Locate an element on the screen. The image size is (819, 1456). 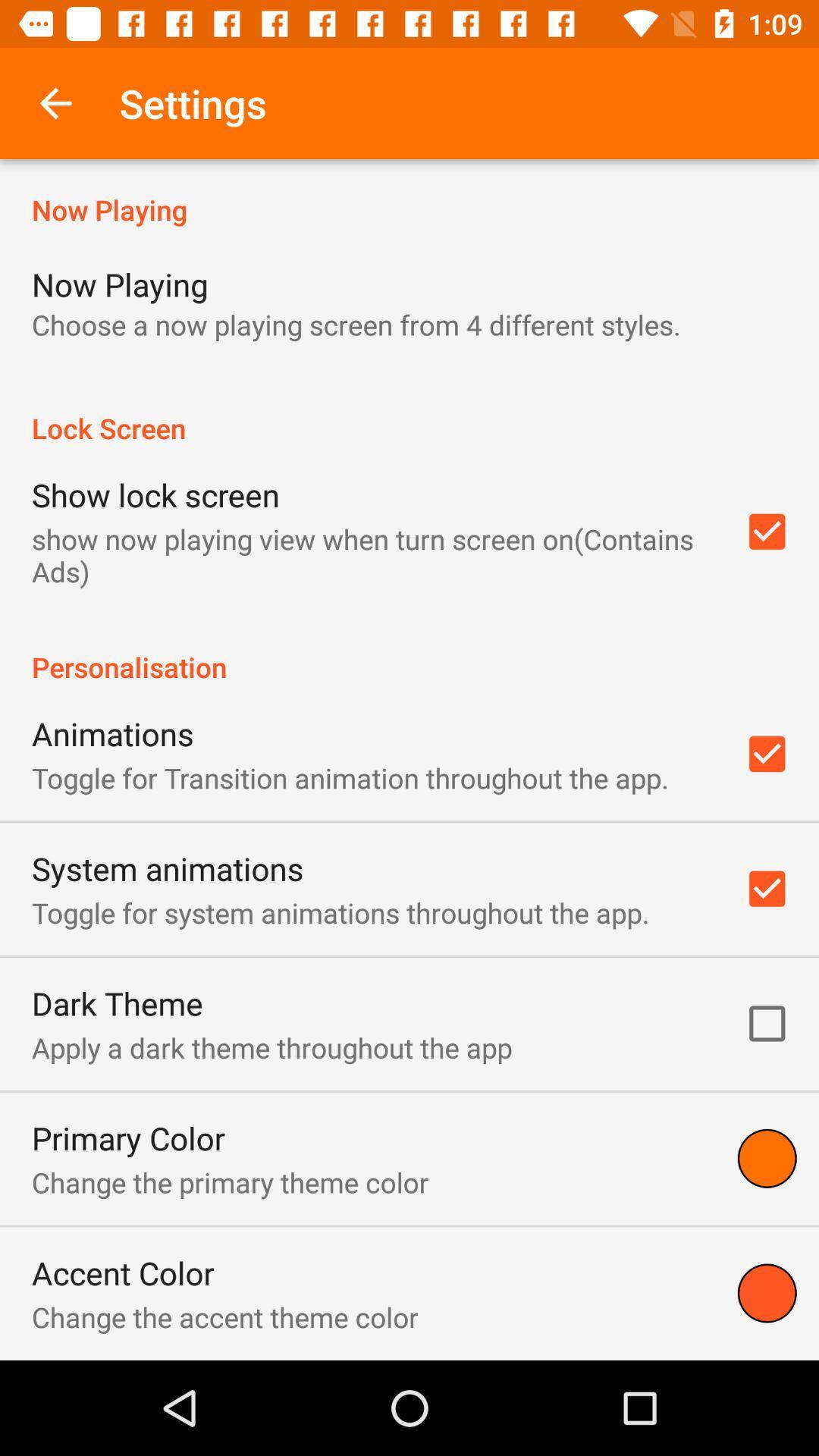
the choose a now item is located at coordinates (356, 324).